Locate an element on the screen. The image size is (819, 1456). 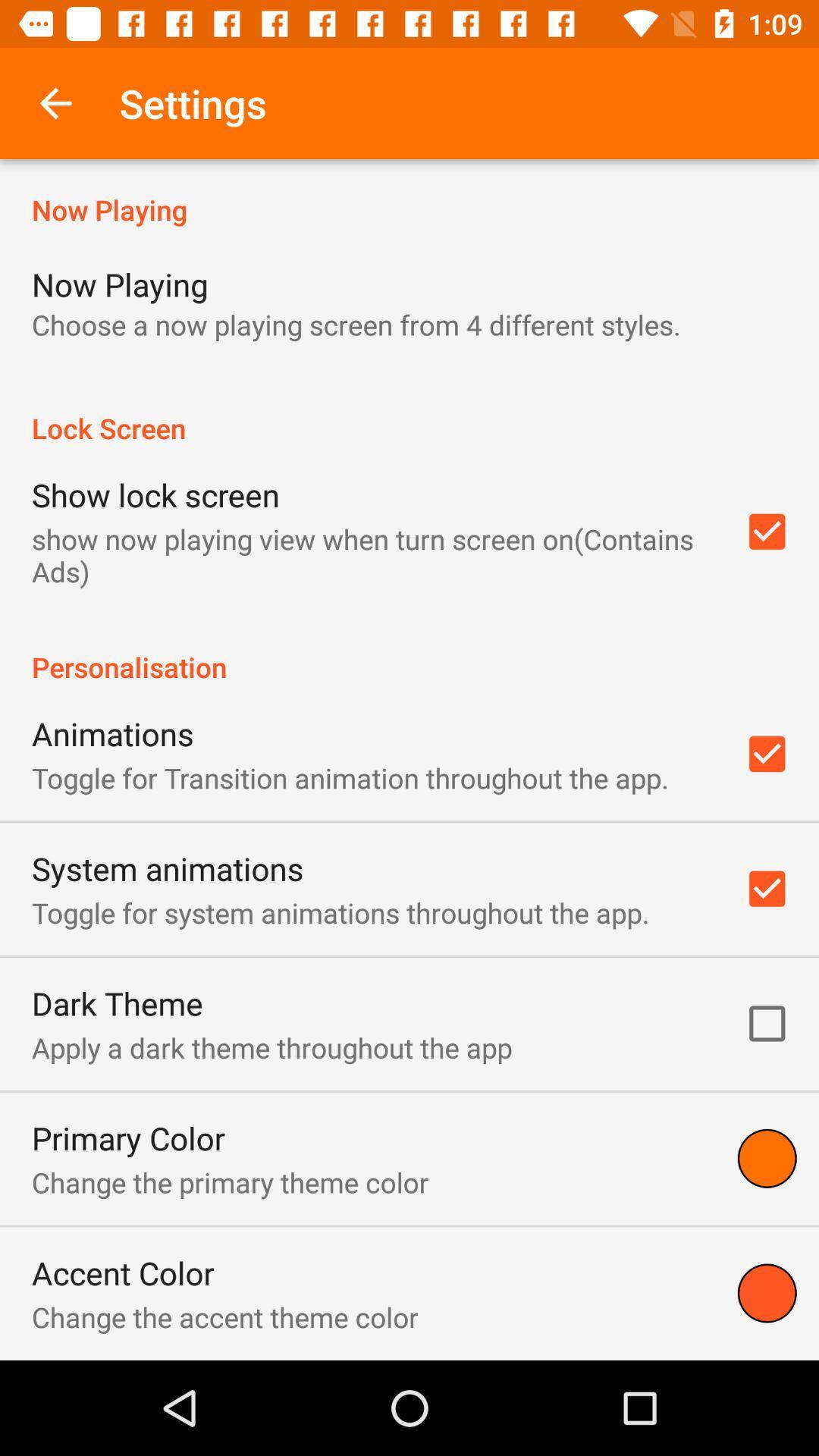
the choose a now item is located at coordinates (356, 324).